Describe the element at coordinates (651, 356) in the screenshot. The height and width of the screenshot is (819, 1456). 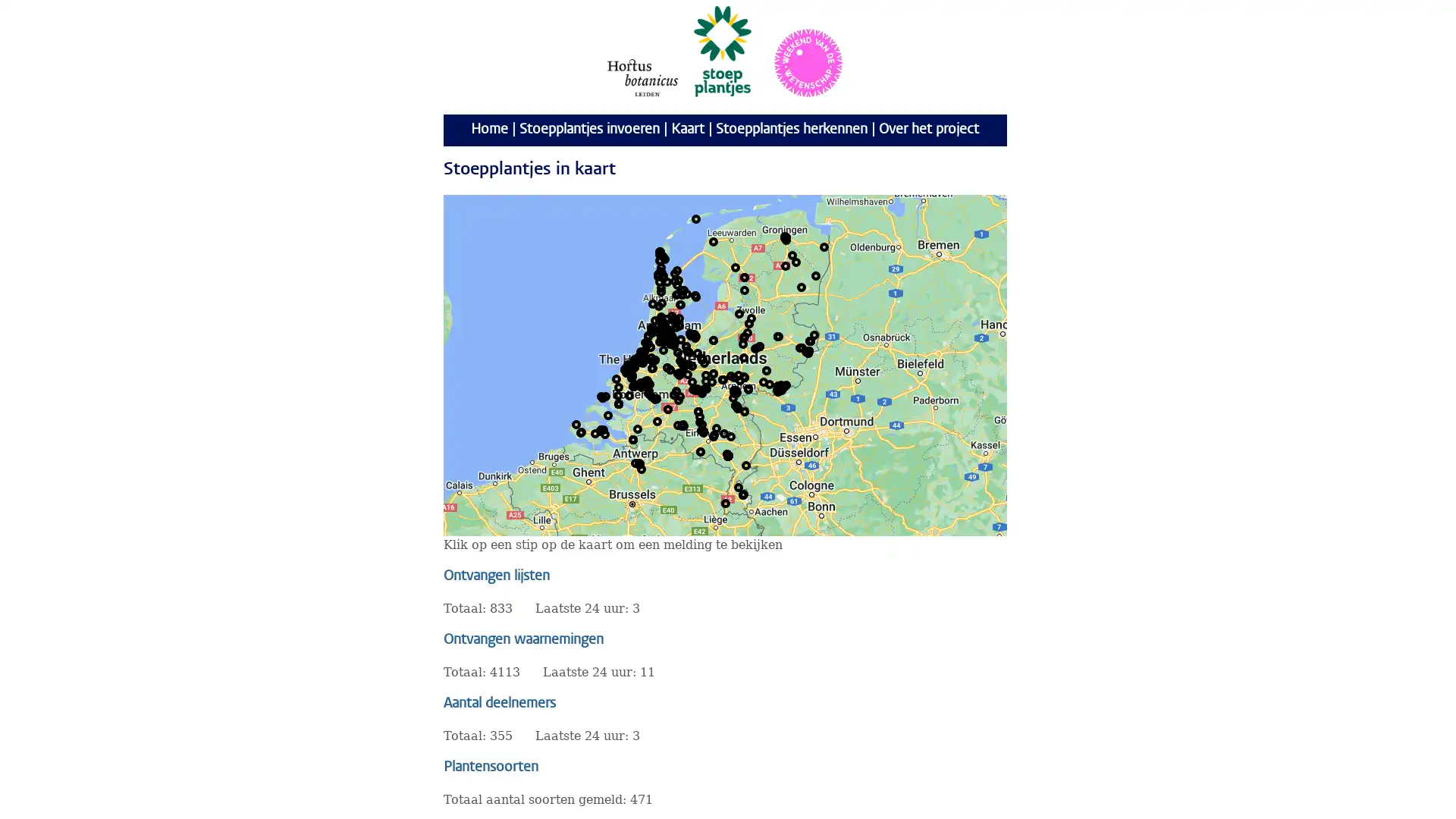
I see `Telling van op 21 november 2021` at that location.